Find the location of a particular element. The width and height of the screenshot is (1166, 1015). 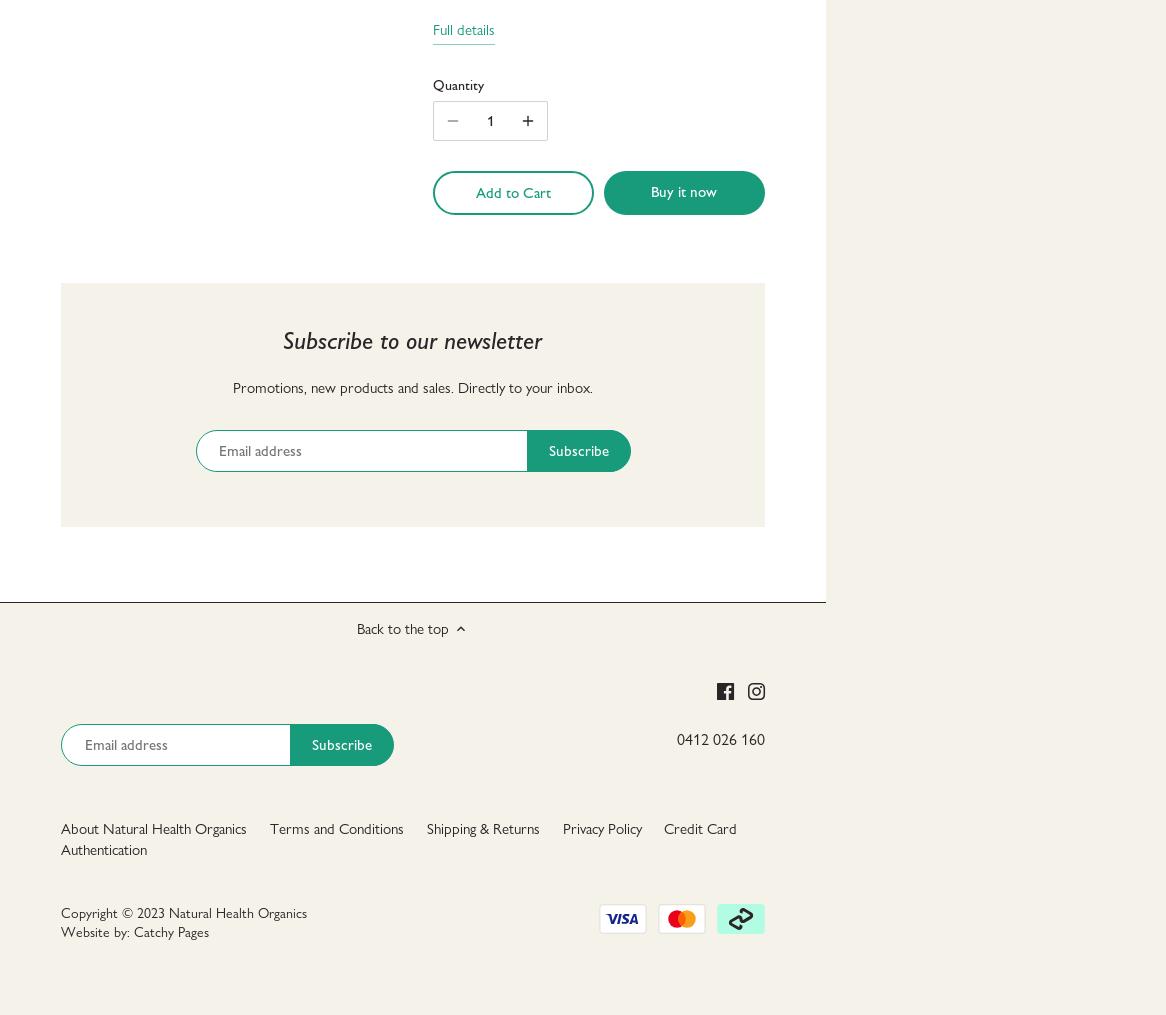

'Copyright
          © 2023' is located at coordinates (113, 911).